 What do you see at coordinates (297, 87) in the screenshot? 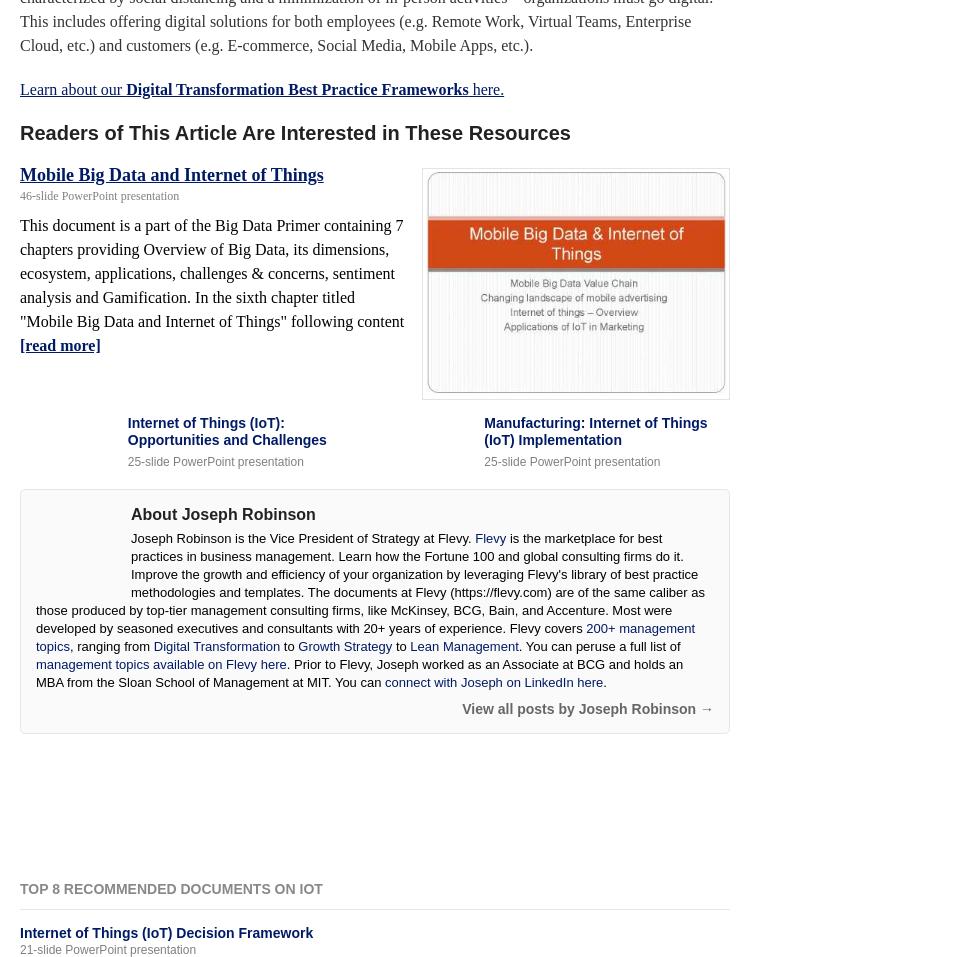
I see `'Digital Transformation Best Practice Frameworks'` at bounding box center [297, 87].